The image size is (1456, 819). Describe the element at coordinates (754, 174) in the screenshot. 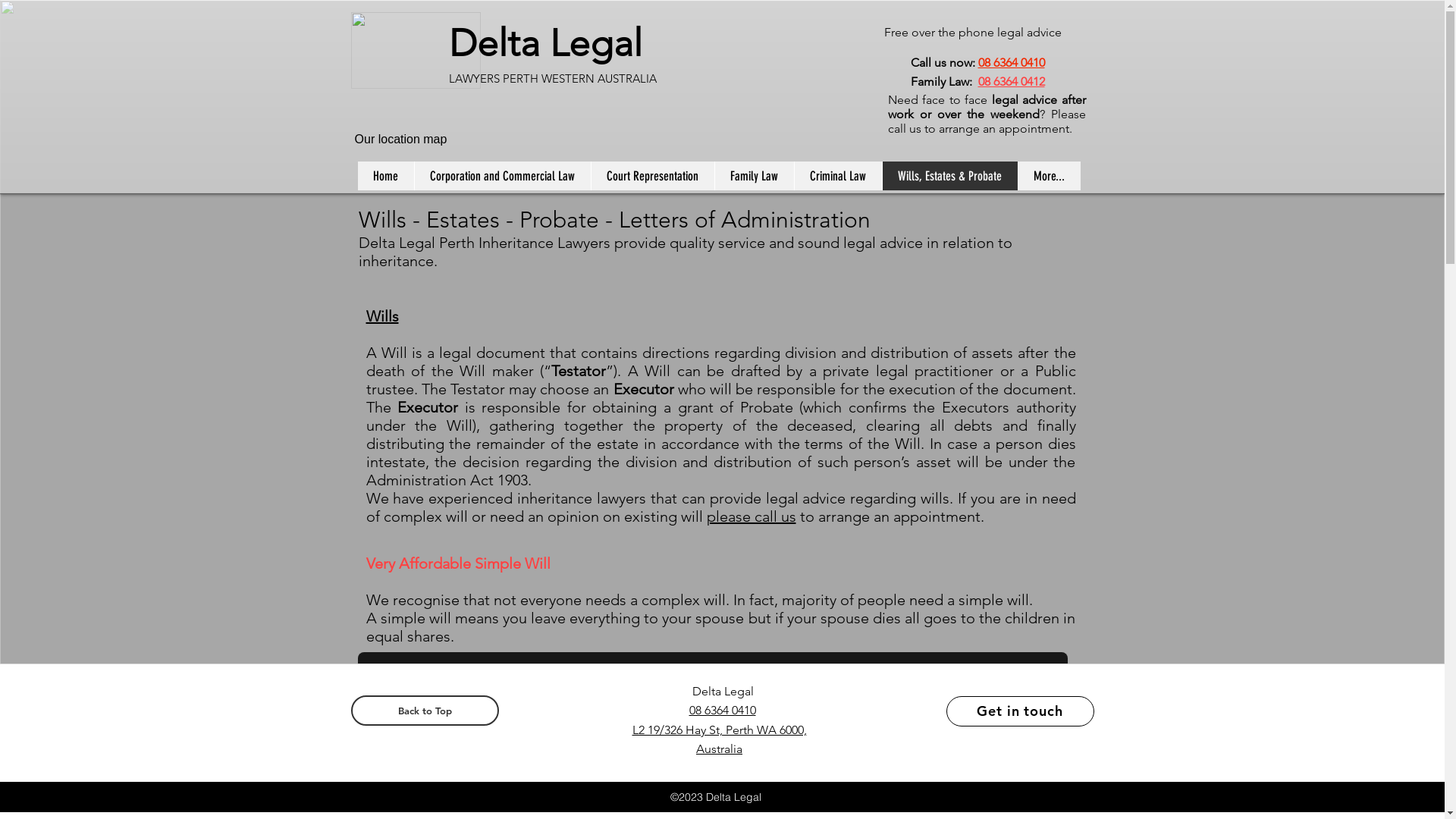

I see `'Family Law'` at that location.